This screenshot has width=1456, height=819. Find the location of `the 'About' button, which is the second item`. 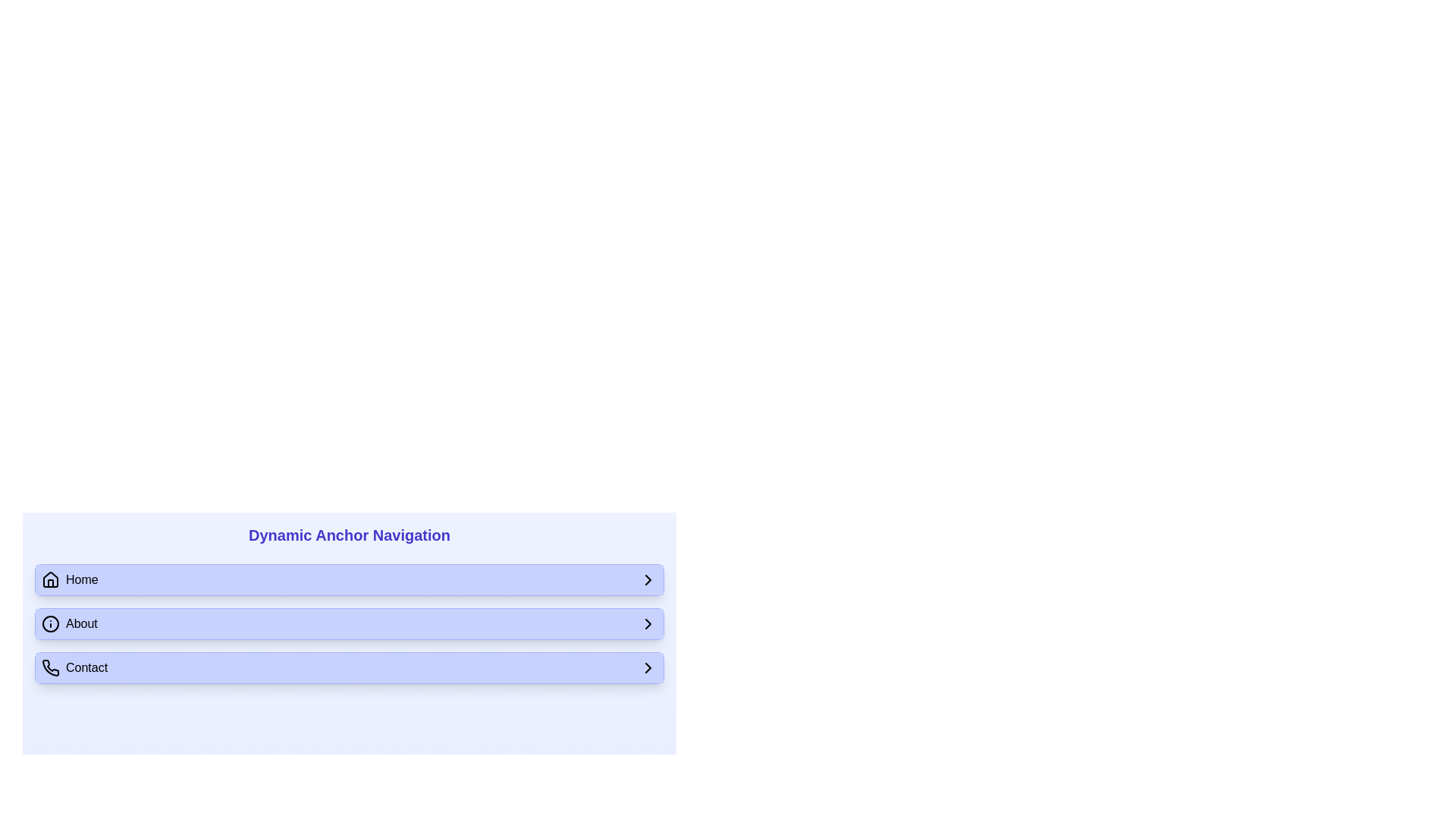

the 'About' button, which is the second item is located at coordinates (348, 623).